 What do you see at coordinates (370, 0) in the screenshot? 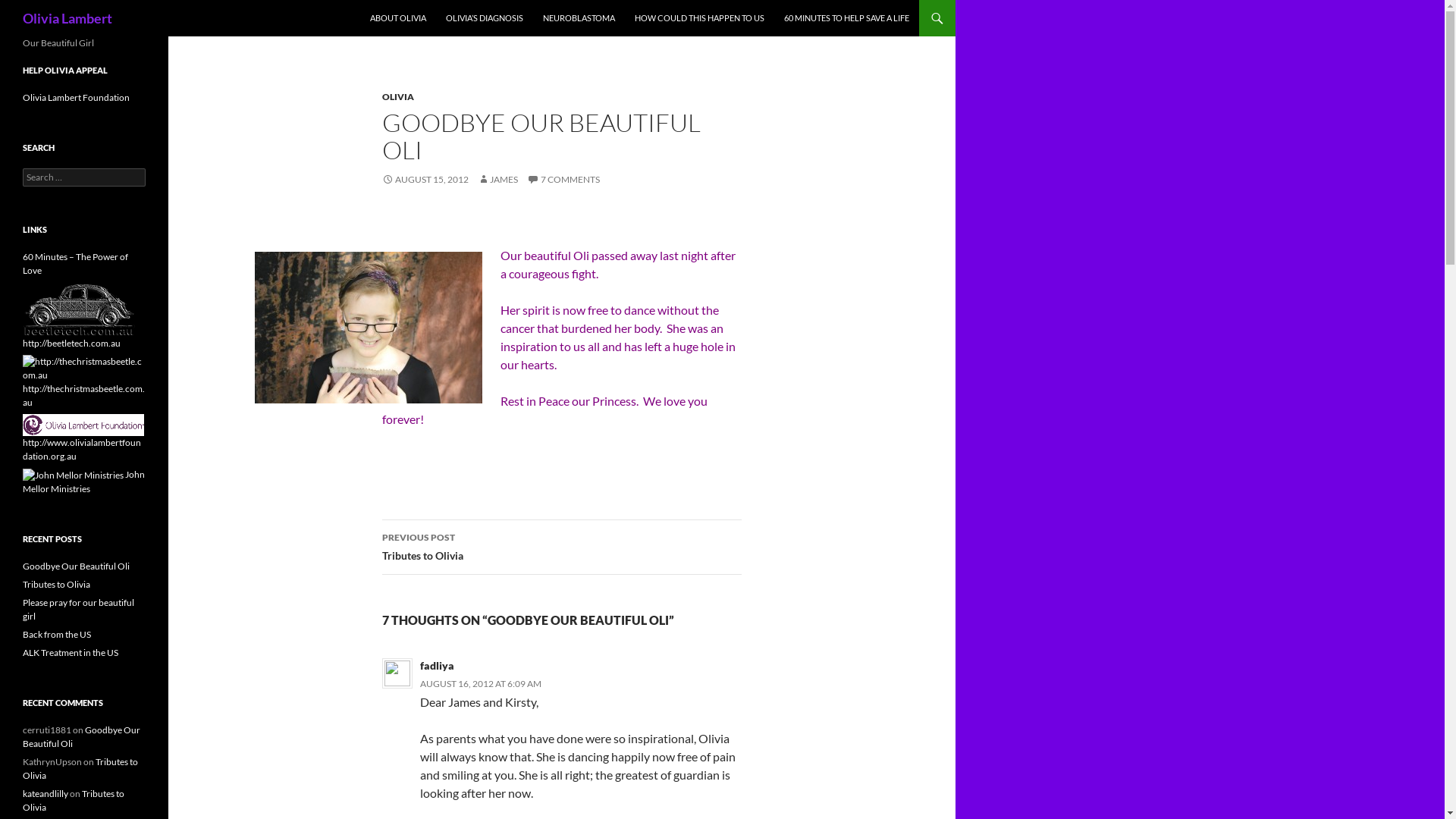
I see `'SKIP TO CONTENT'` at bounding box center [370, 0].